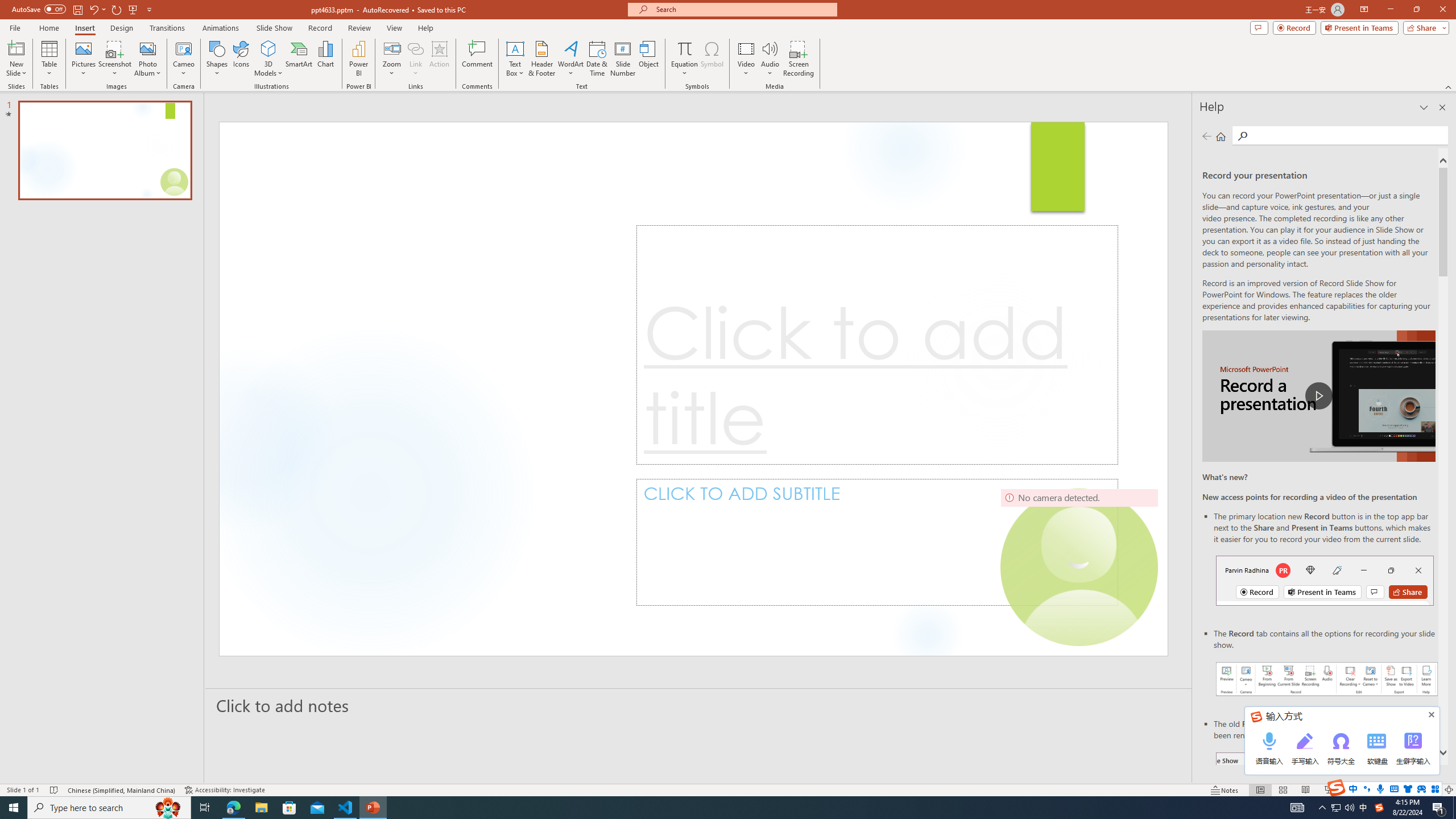 The width and height of the screenshot is (1456, 819). I want to click on 'Object...', so click(649, 59).